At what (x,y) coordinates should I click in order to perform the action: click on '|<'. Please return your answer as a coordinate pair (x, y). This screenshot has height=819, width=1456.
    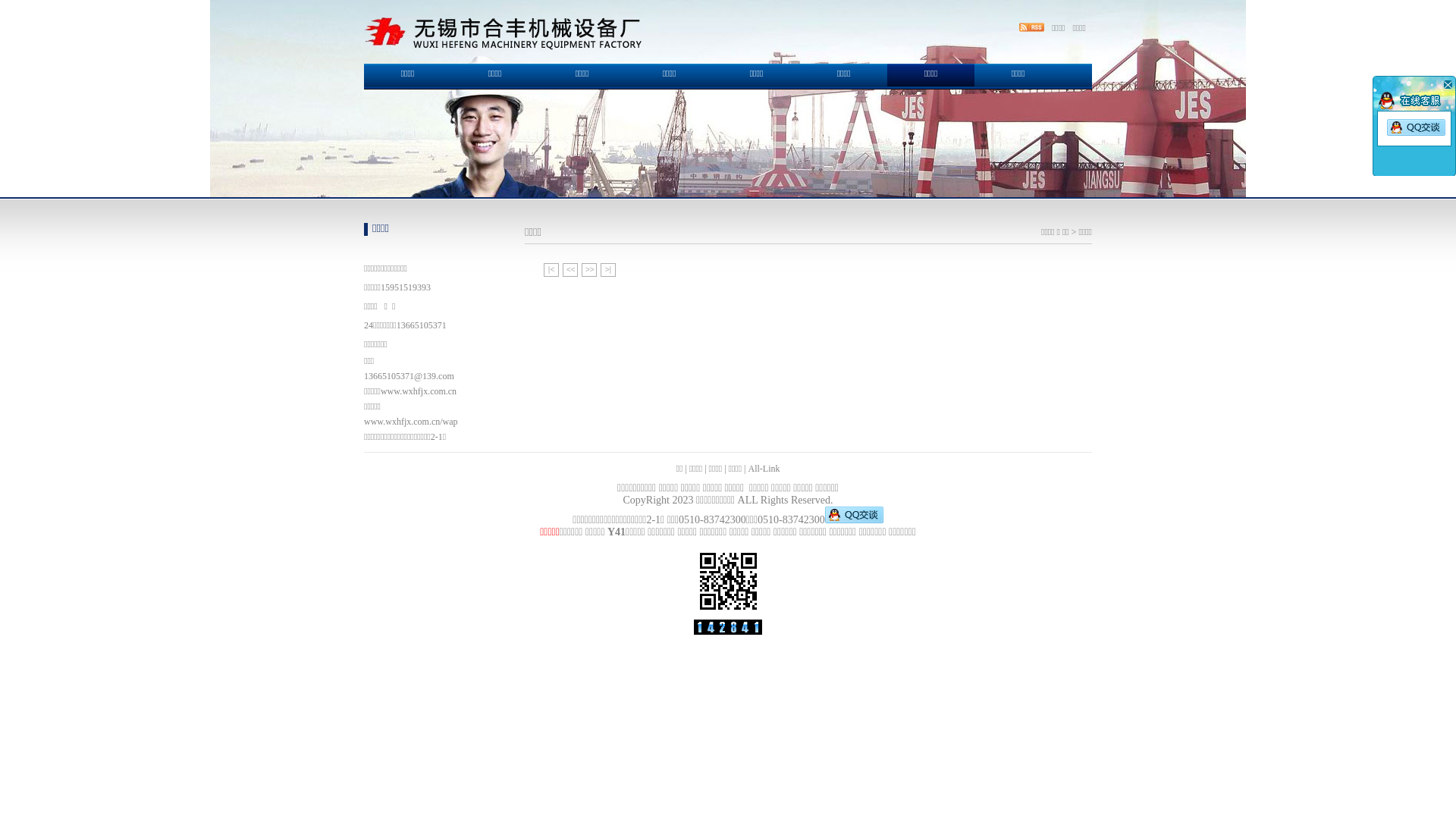
    Looking at the image, I should click on (550, 268).